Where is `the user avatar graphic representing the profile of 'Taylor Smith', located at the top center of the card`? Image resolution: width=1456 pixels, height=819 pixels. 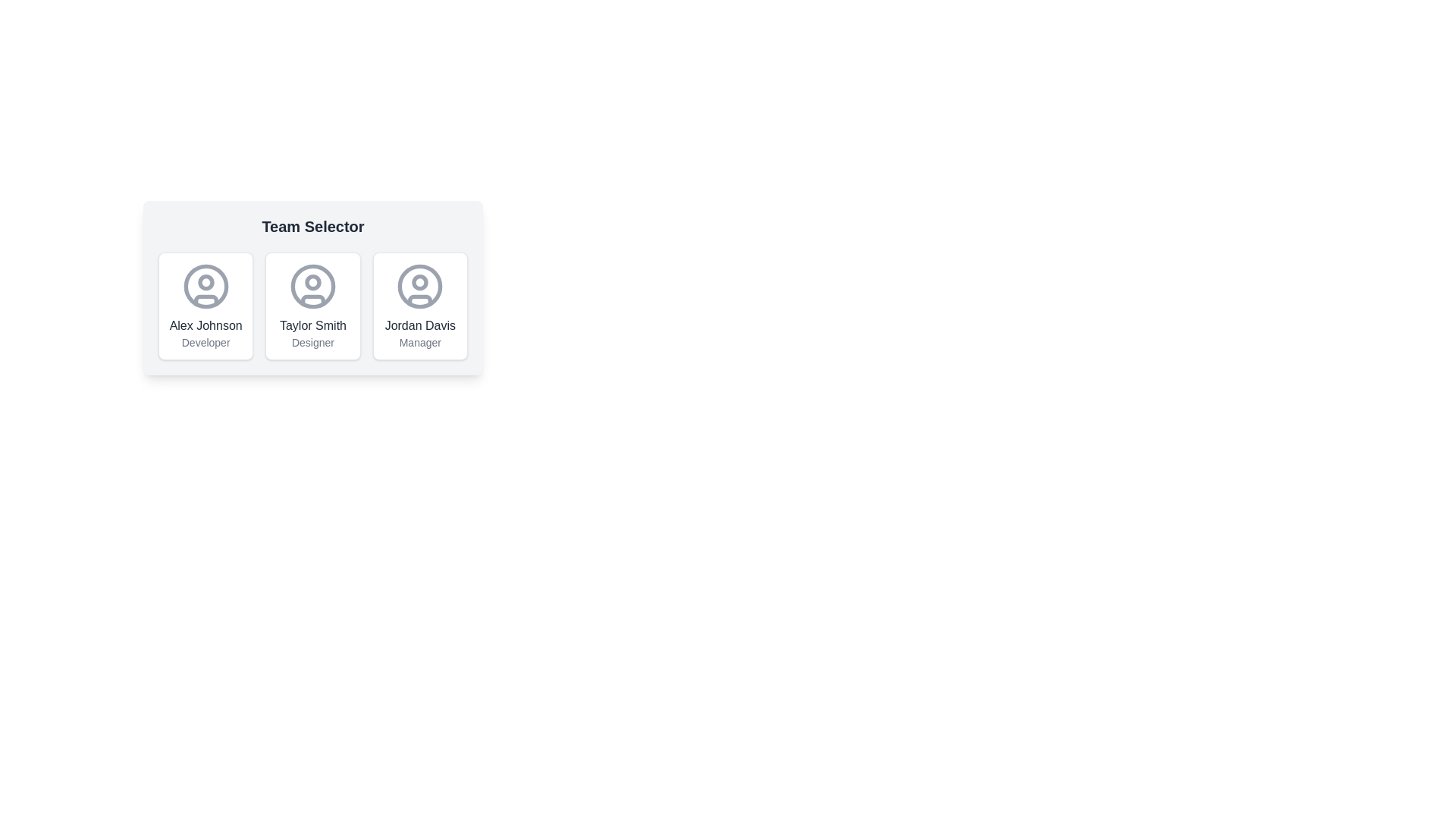 the user avatar graphic representing the profile of 'Taylor Smith', located at the top center of the card is located at coordinates (312, 287).